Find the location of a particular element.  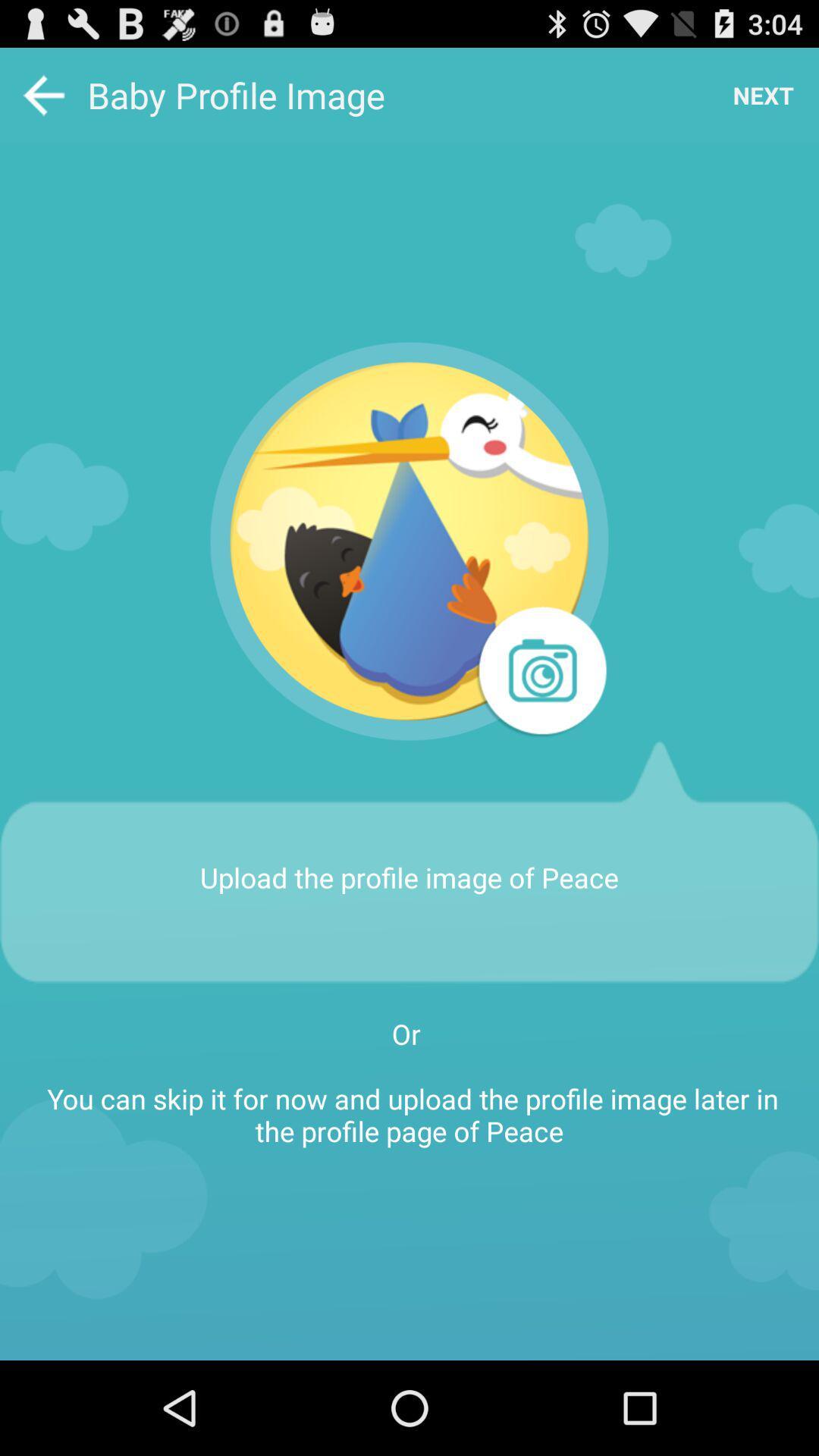

choose picture to upload is located at coordinates (409, 541).